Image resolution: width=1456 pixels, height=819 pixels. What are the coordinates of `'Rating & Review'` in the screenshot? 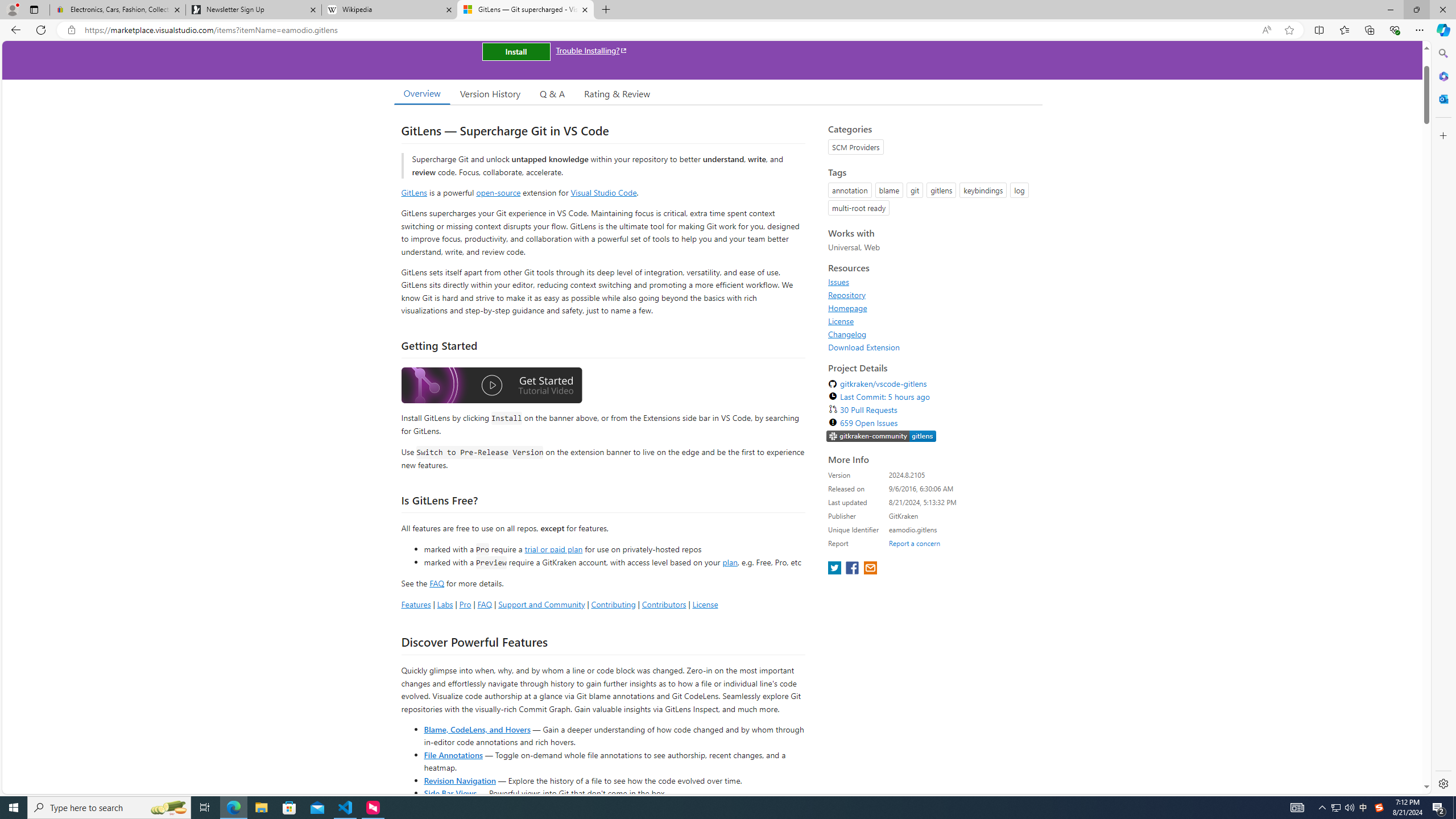 It's located at (617, 93).